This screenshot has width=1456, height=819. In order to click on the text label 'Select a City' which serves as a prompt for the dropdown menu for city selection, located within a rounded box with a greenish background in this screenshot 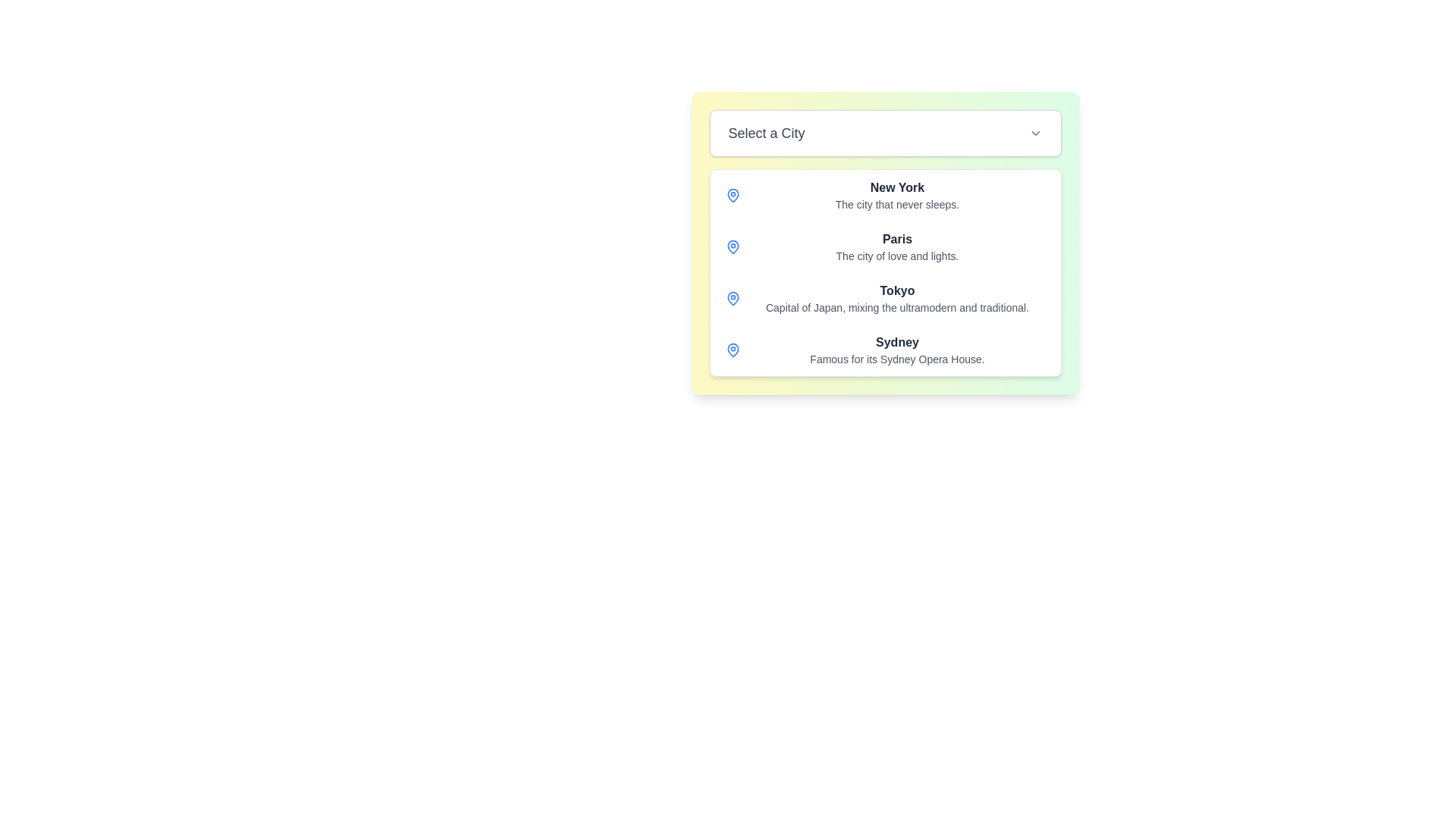, I will do `click(767, 133)`.